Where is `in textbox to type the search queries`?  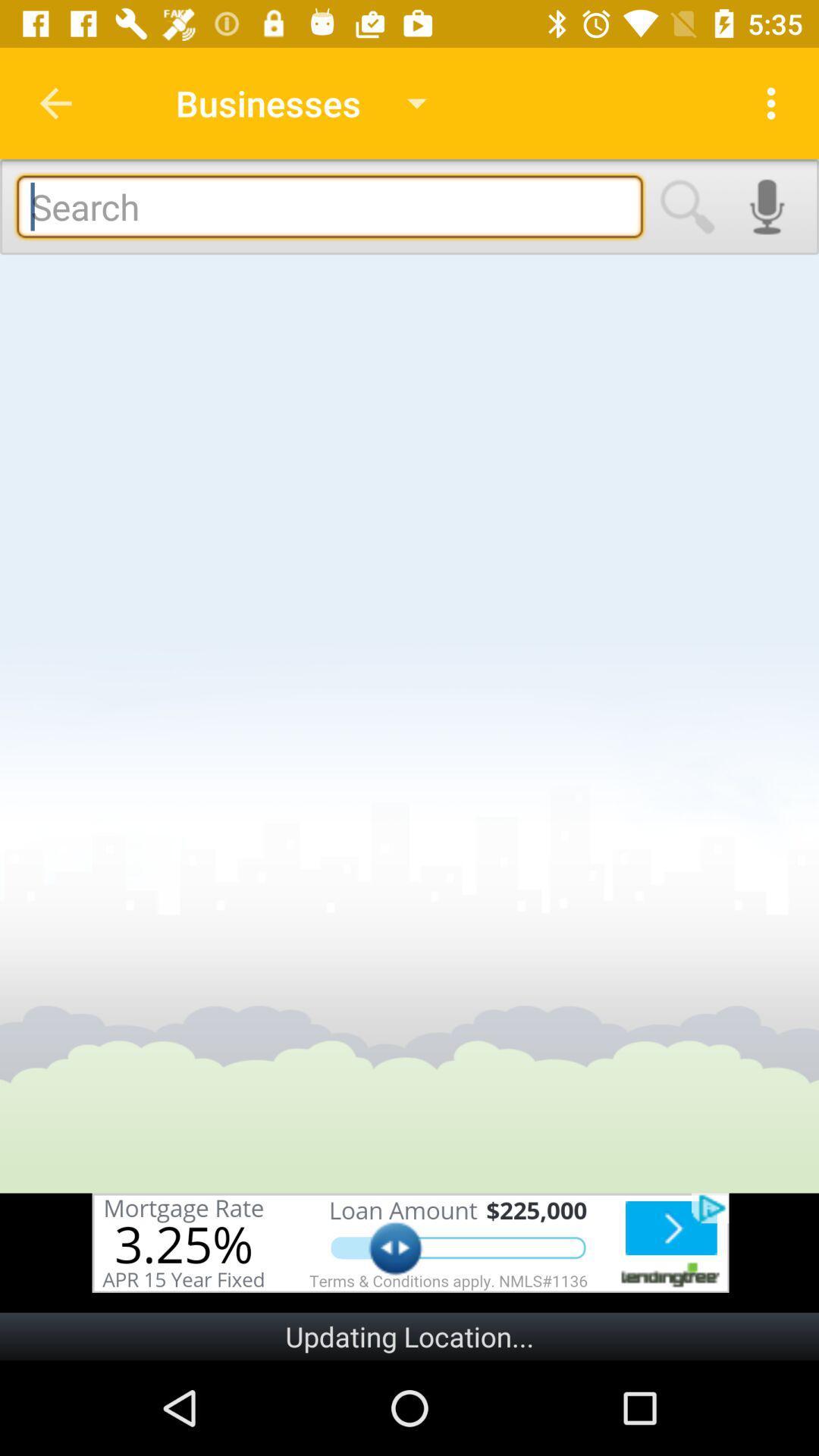 in textbox to type the search queries is located at coordinates (329, 206).